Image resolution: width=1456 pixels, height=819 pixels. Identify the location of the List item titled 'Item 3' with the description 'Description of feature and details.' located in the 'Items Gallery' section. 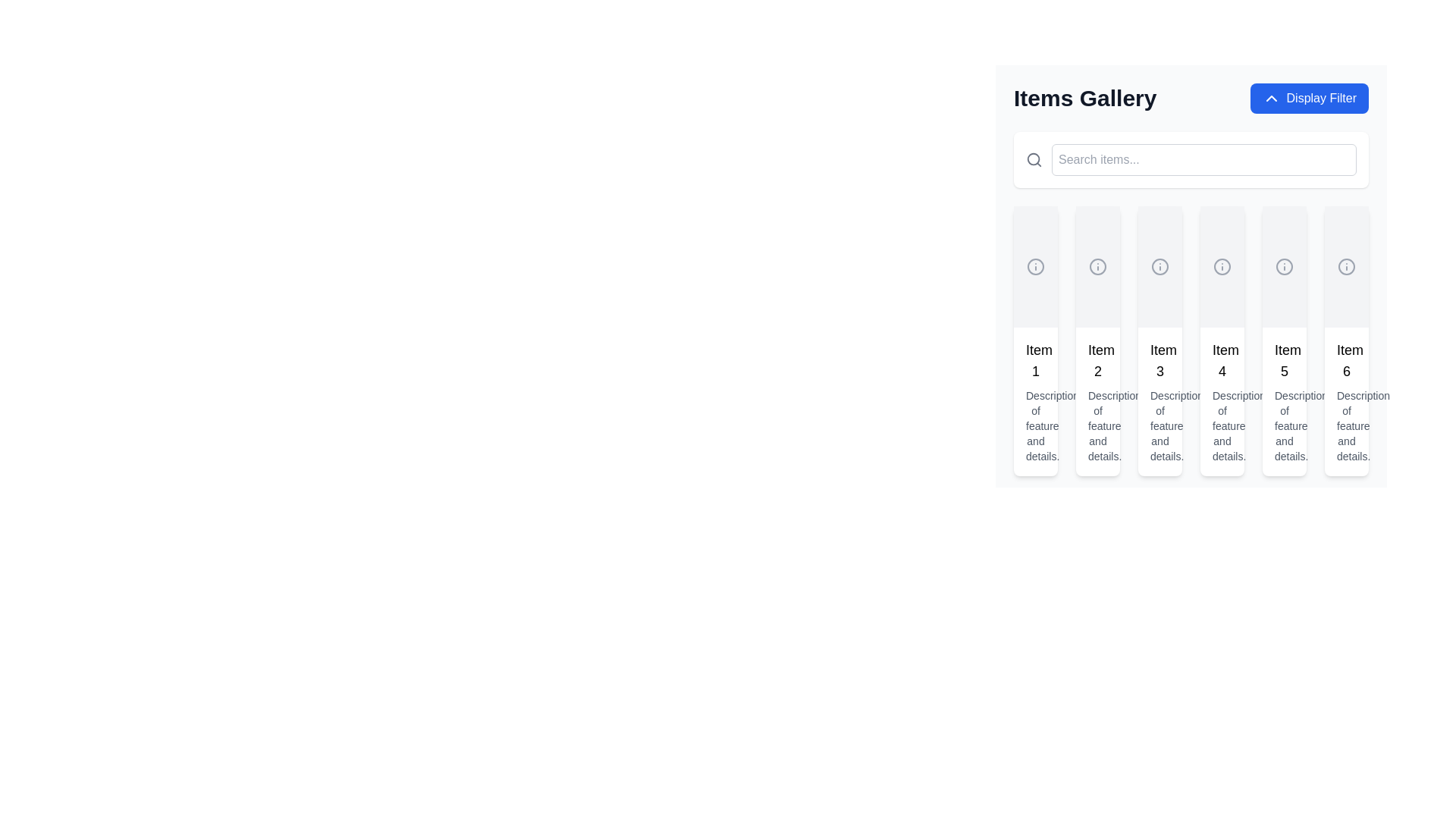
(1159, 400).